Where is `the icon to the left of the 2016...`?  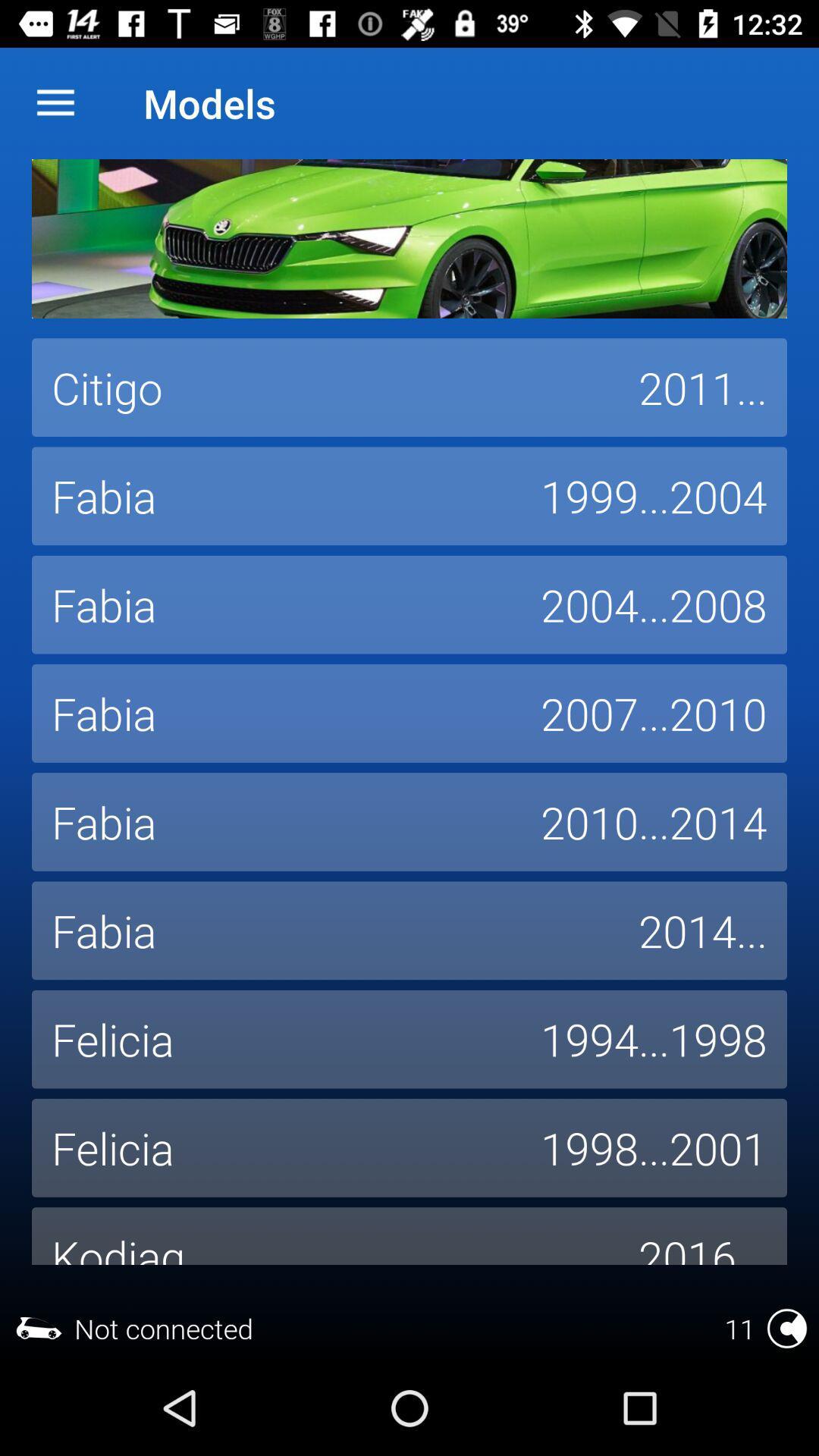 the icon to the left of the 2016... is located at coordinates (324, 1236).